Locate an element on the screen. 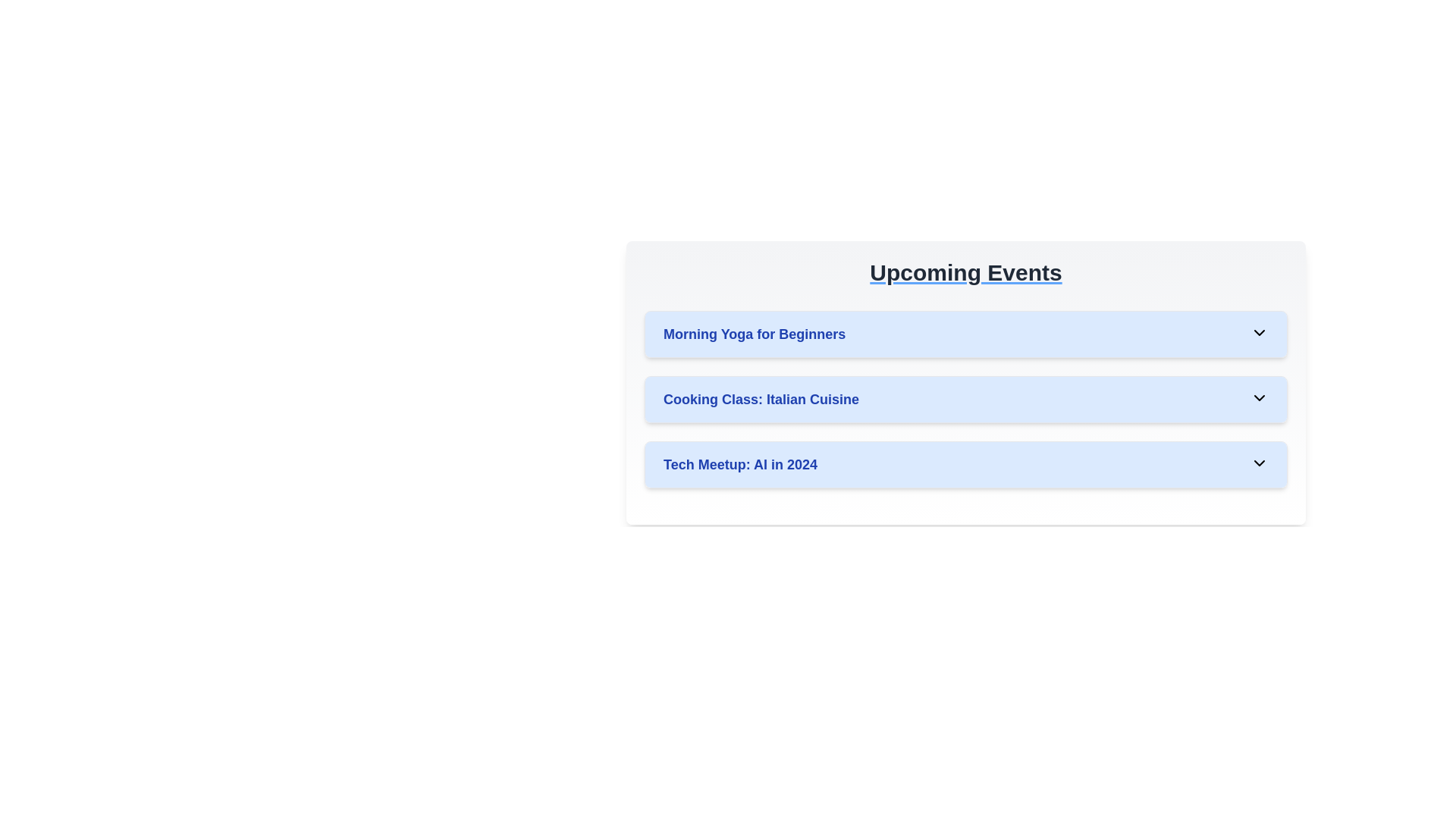 The image size is (1456, 819). the rectangular button labeled 'Tech Meetup: AI in 2024' to change its background color is located at coordinates (965, 464).